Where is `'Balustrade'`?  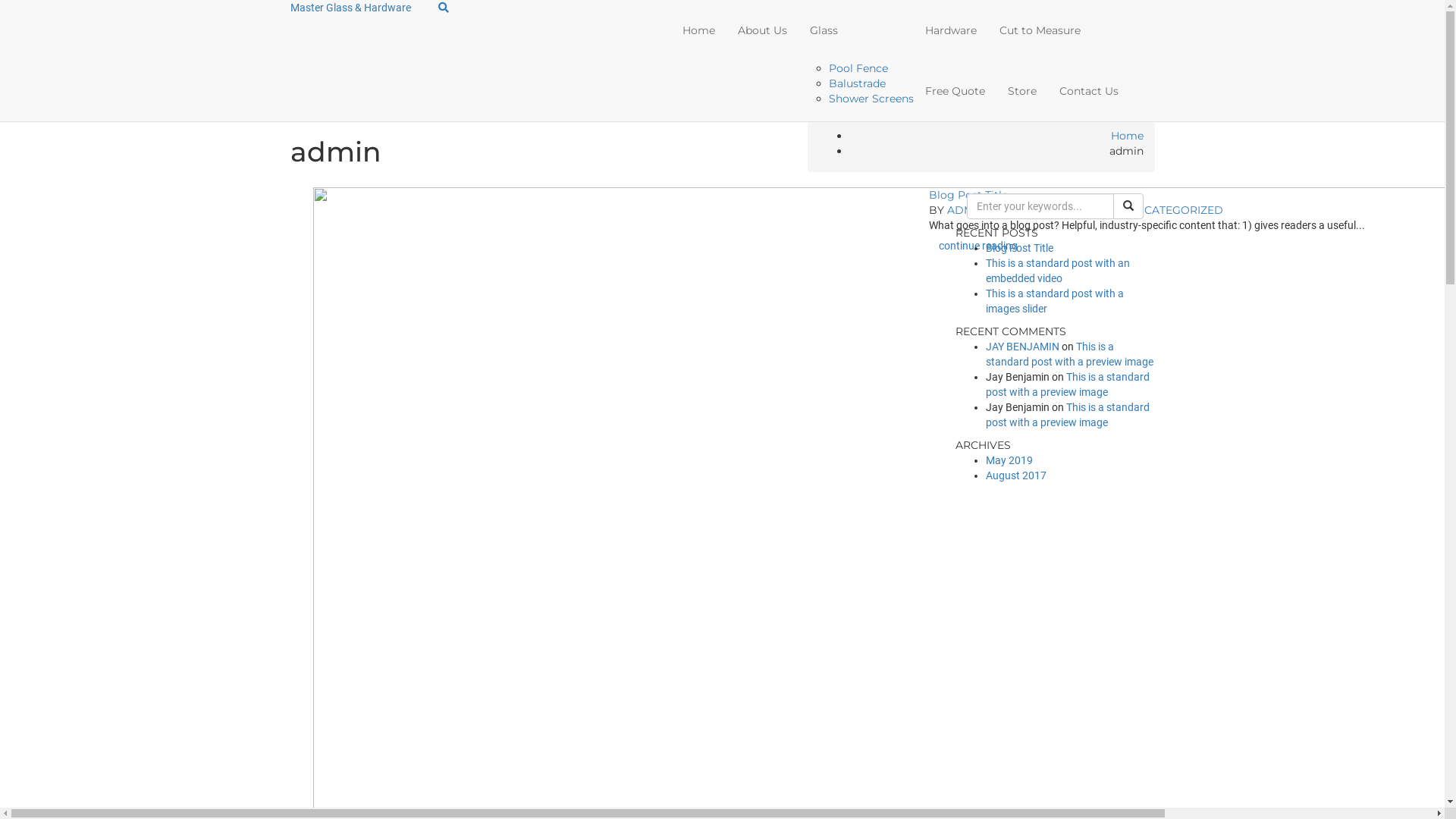
'Balustrade' is located at coordinates (857, 83).